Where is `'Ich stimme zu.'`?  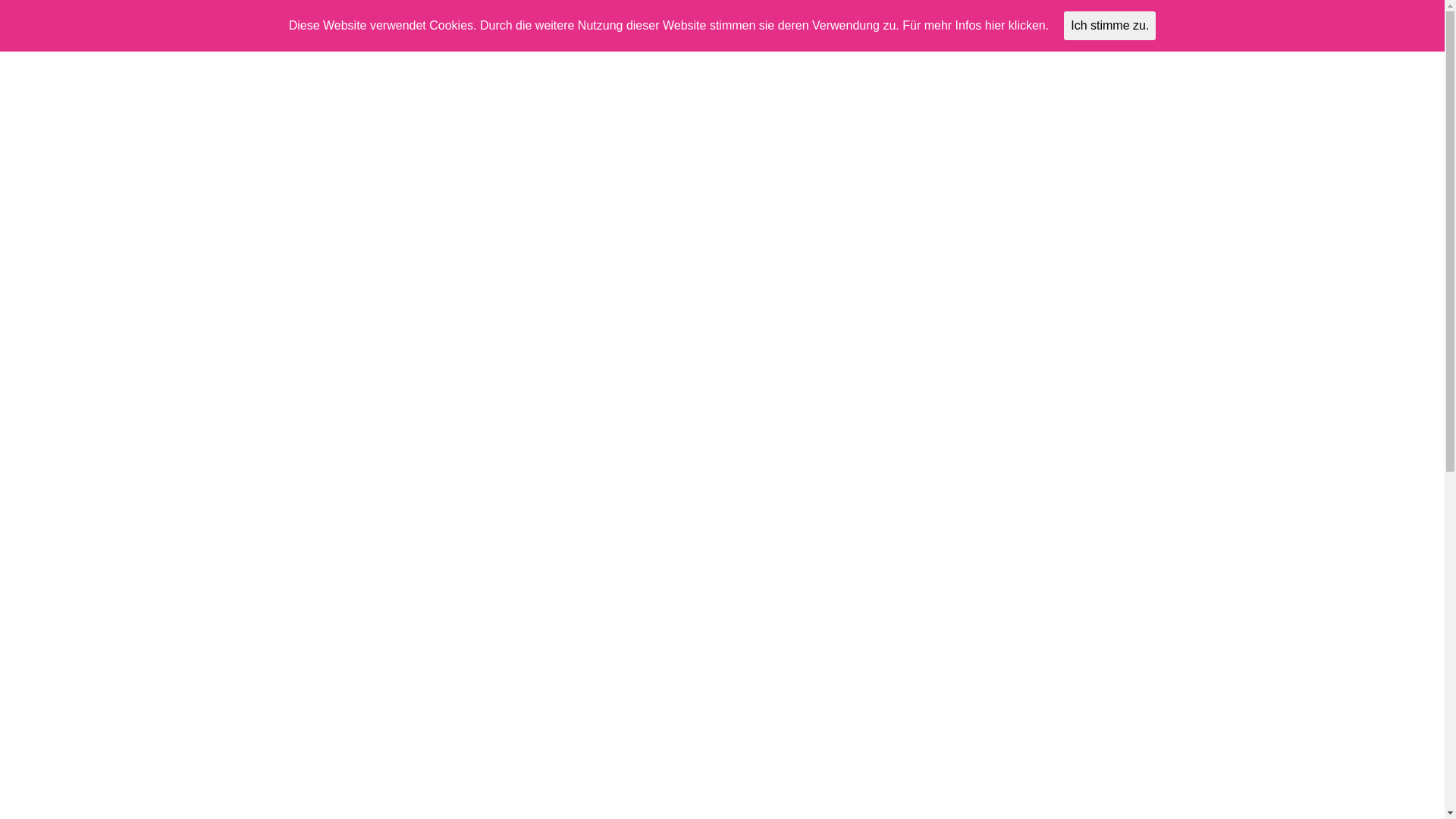
'Ich stimme zu.' is located at coordinates (1062, 26).